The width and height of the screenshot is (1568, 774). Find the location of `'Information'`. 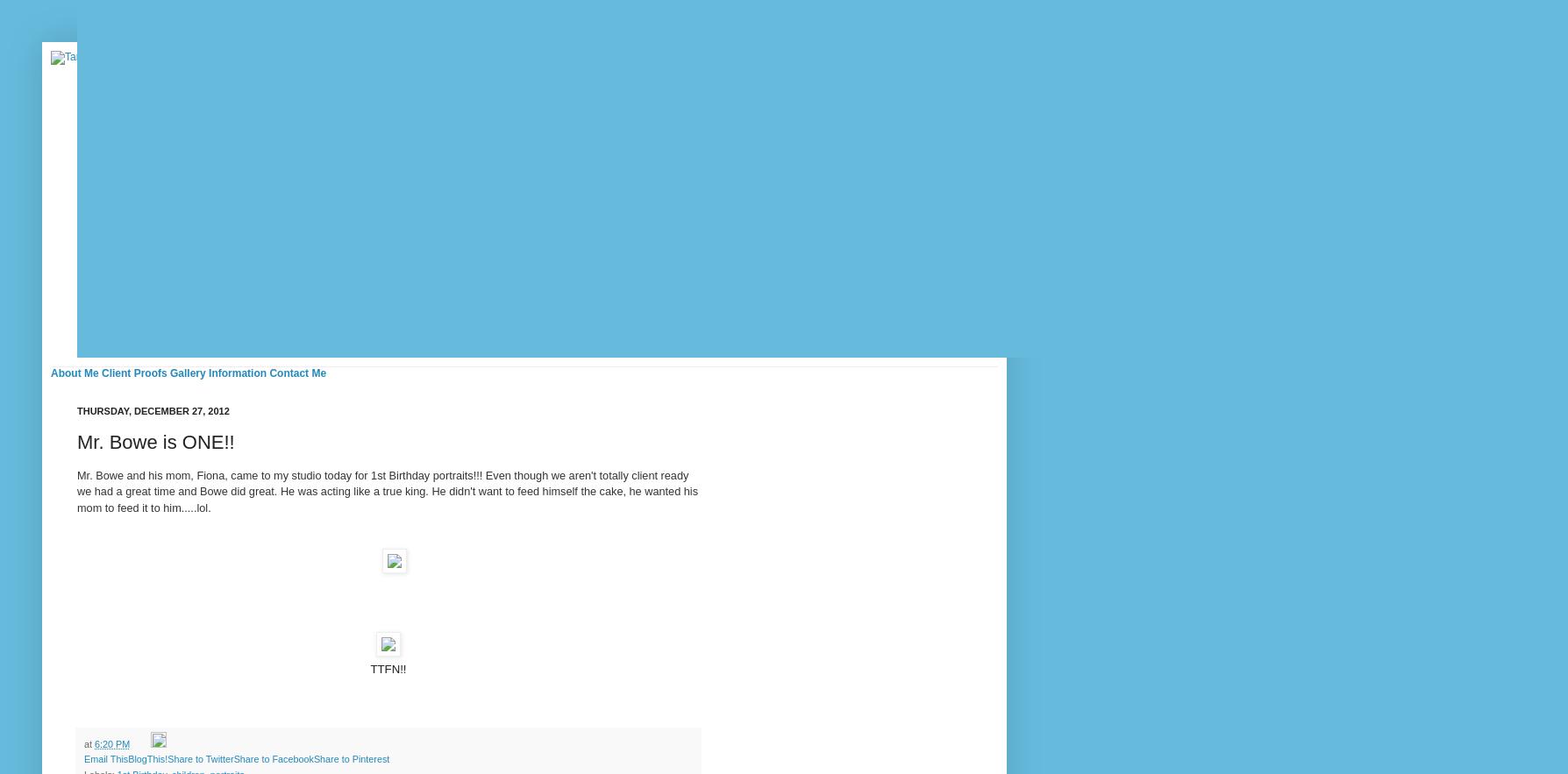

'Information' is located at coordinates (237, 373).